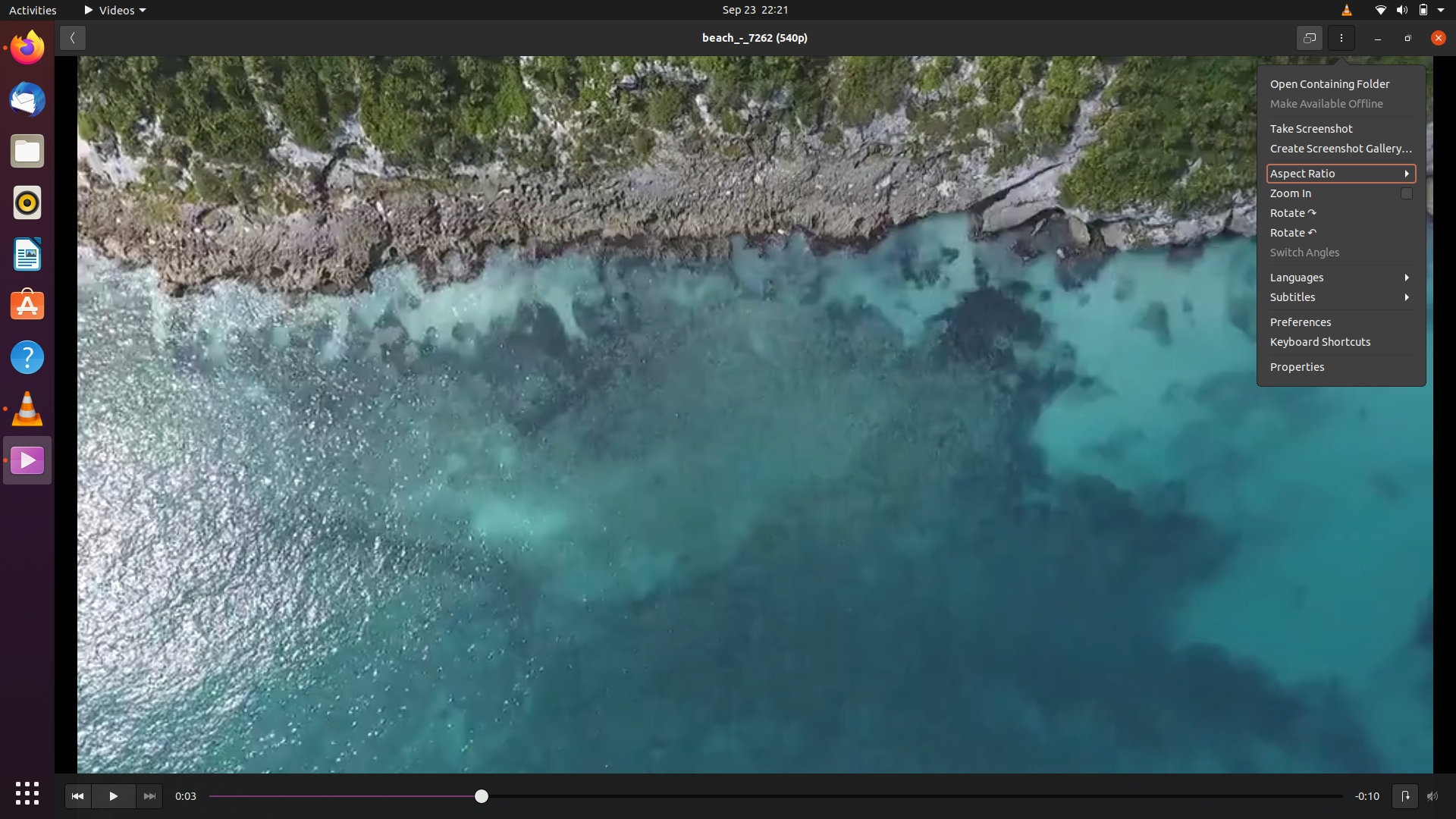  I want to click on Start the video with mouse click, so click(112, 795).